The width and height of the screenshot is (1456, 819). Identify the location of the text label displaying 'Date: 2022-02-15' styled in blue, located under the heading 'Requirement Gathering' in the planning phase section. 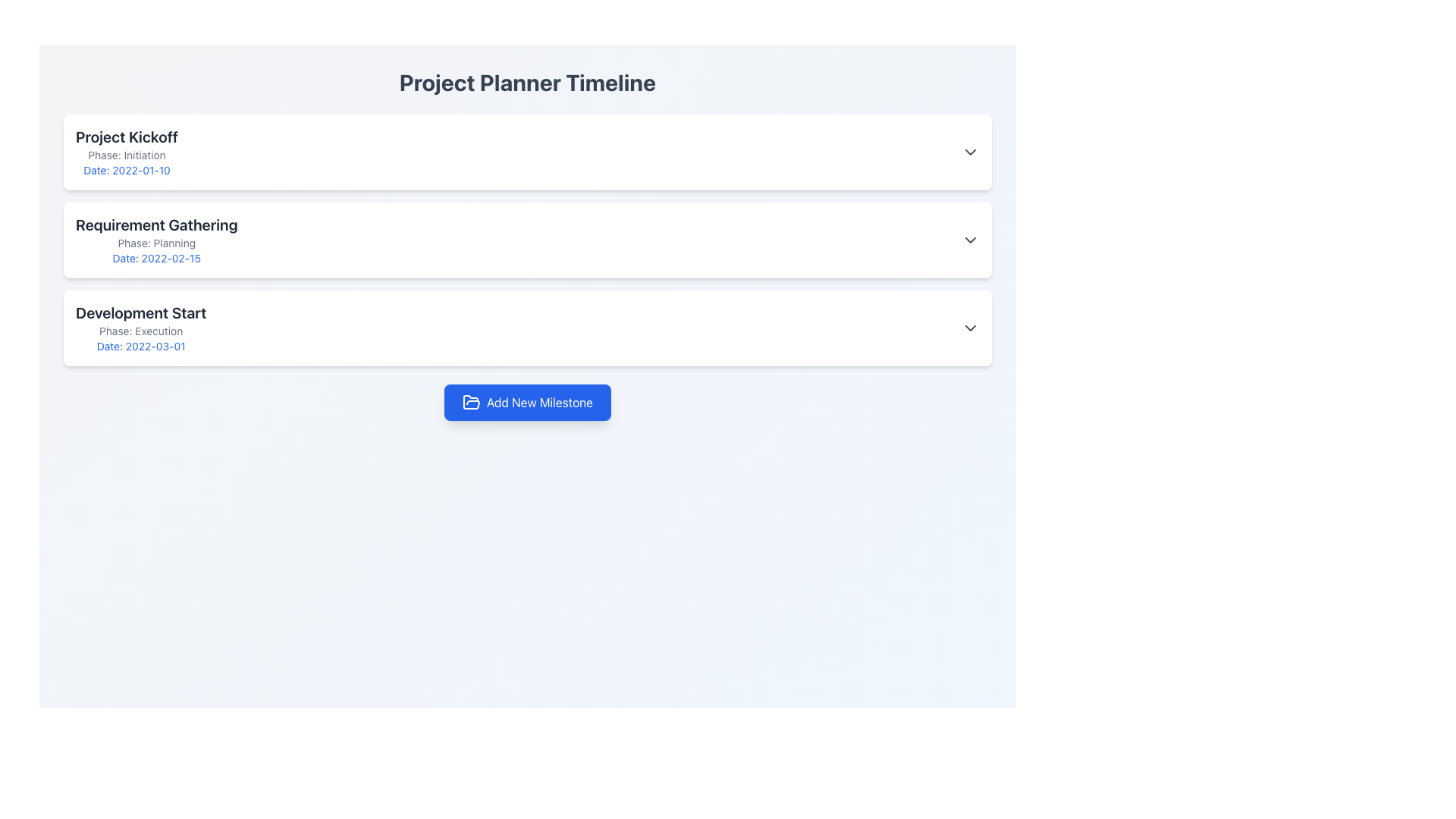
(156, 257).